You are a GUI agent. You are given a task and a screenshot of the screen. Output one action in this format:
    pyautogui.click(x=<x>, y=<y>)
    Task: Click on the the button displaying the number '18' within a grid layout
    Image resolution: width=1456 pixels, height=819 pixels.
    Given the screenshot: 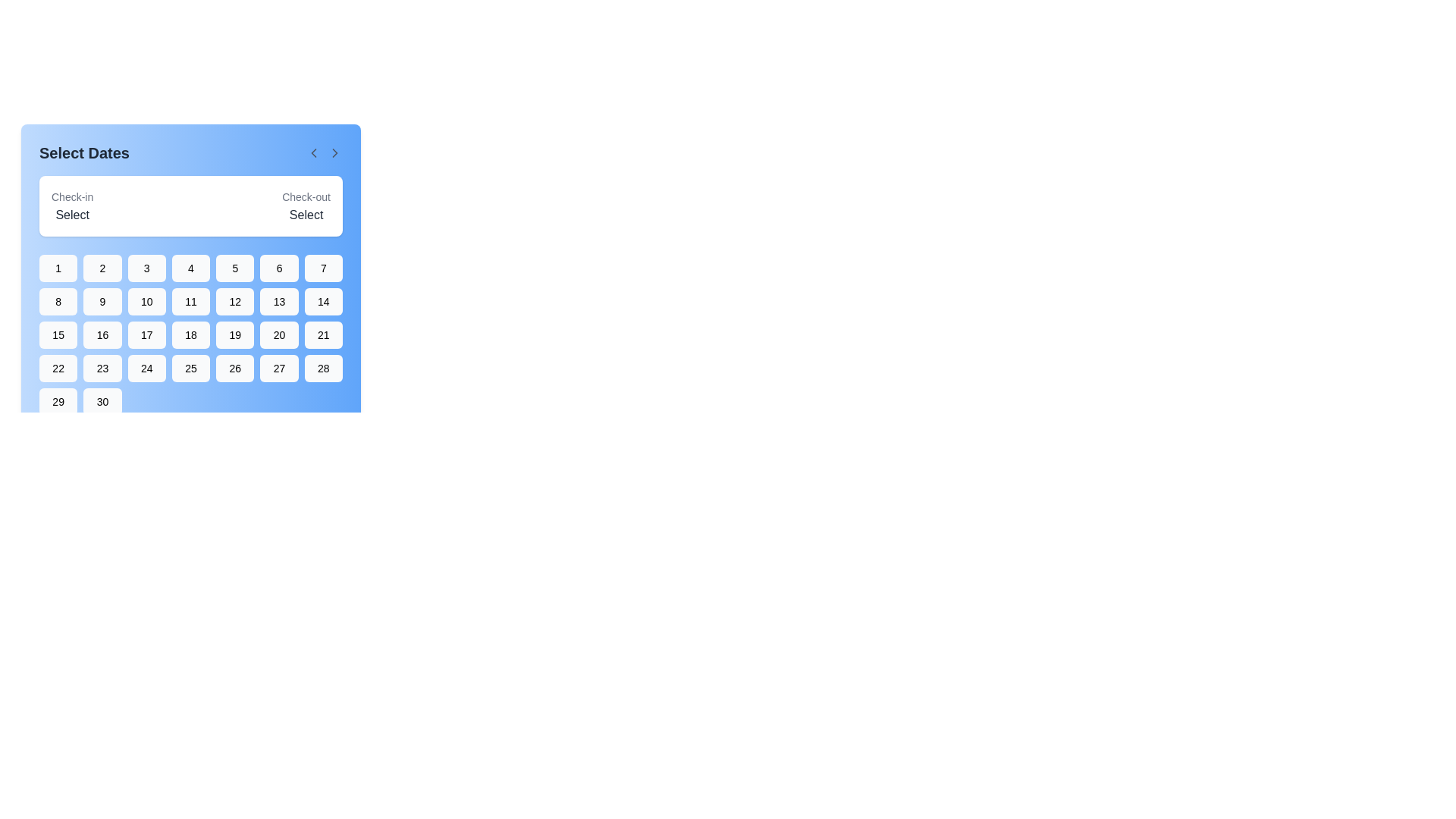 What is the action you would take?
    pyautogui.click(x=190, y=334)
    